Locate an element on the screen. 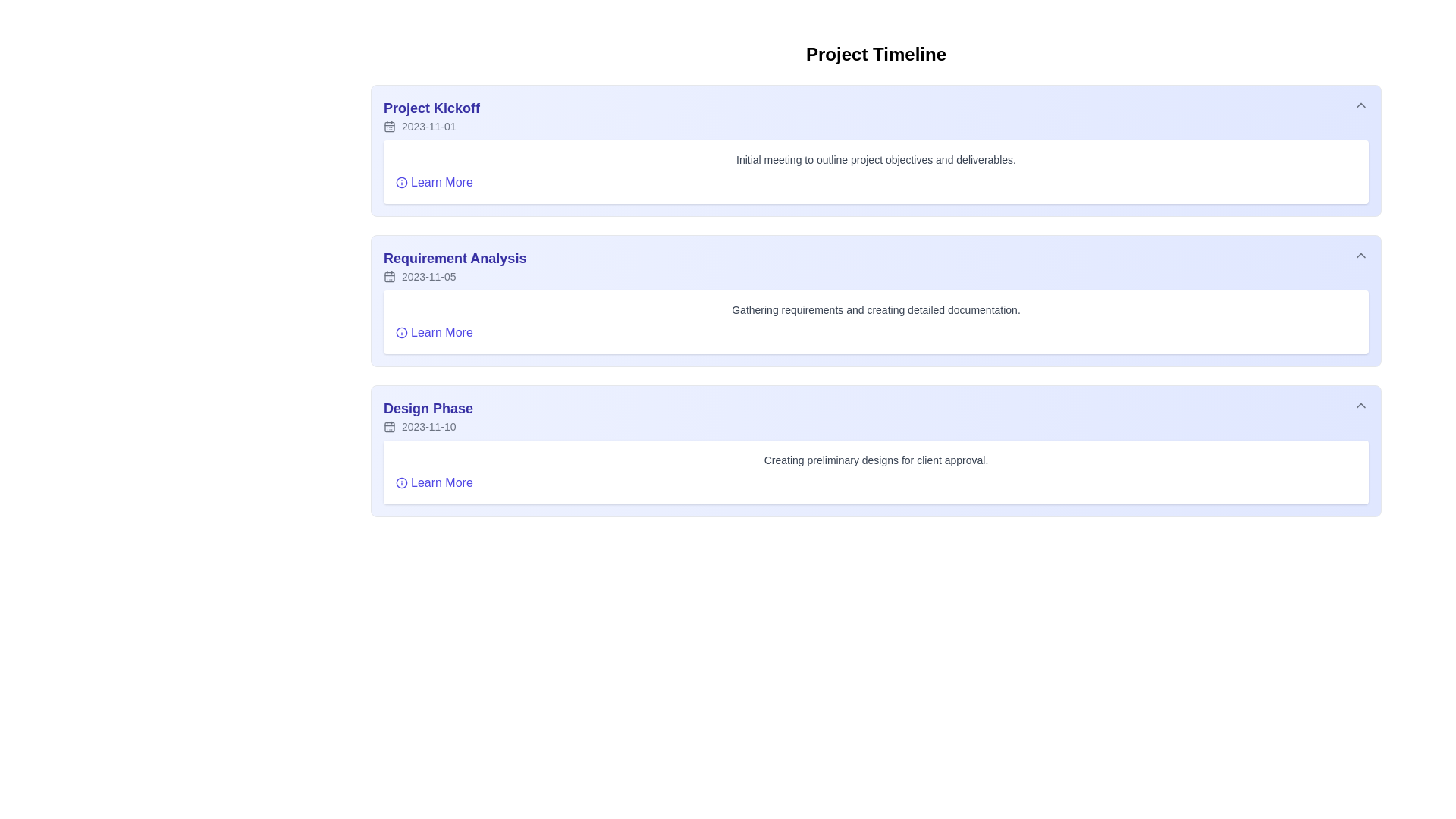  the circular vector graphic (SVG element) located in the third section of the timeline under the 'Design Phase' heading, near the 'Learn More' link is located at coordinates (401, 482).